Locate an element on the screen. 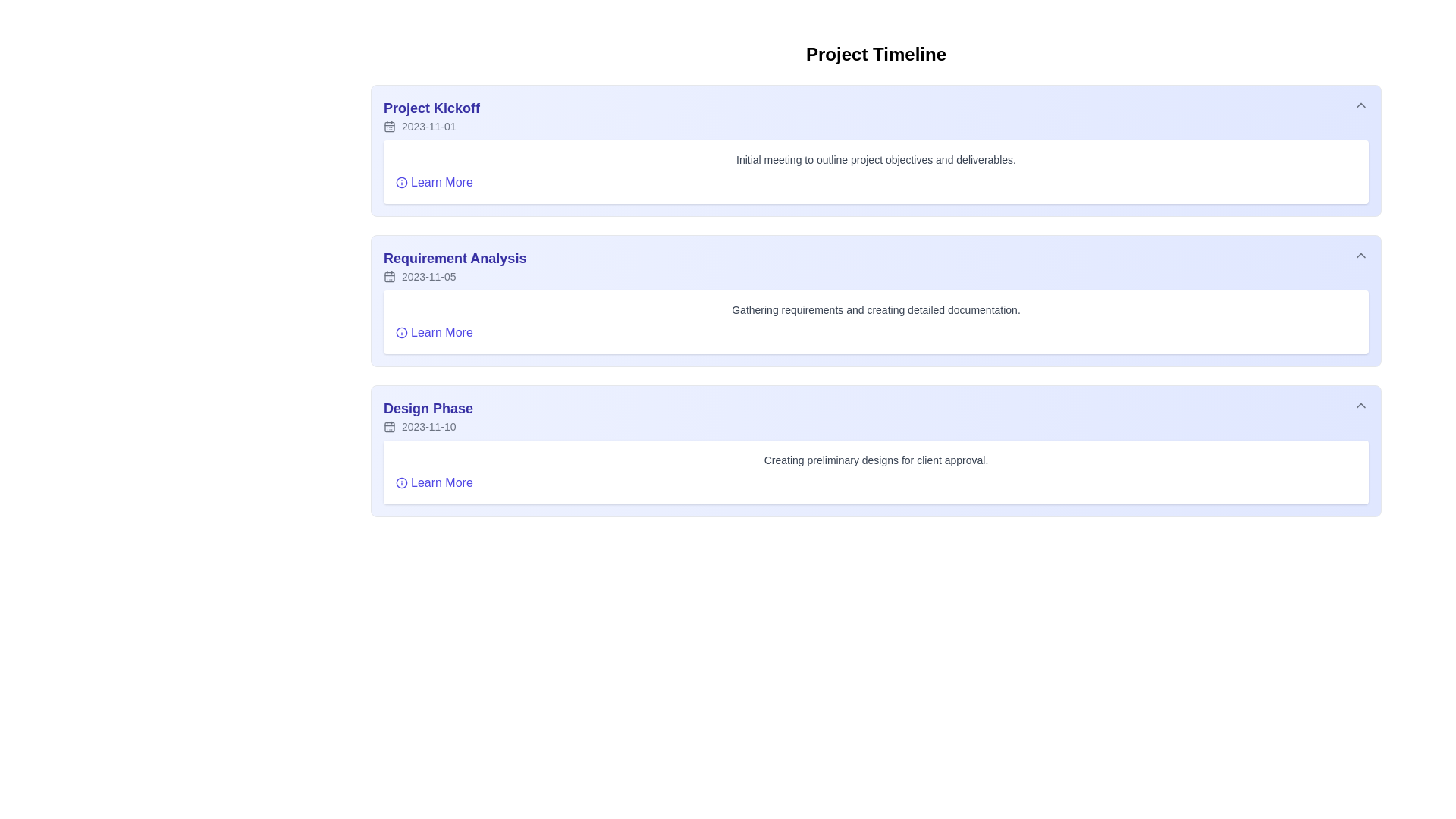  the circular vector graphic (SVG element) located in the third section of the timeline under the 'Design Phase' heading, near the 'Learn More' link is located at coordinates (401, 482).